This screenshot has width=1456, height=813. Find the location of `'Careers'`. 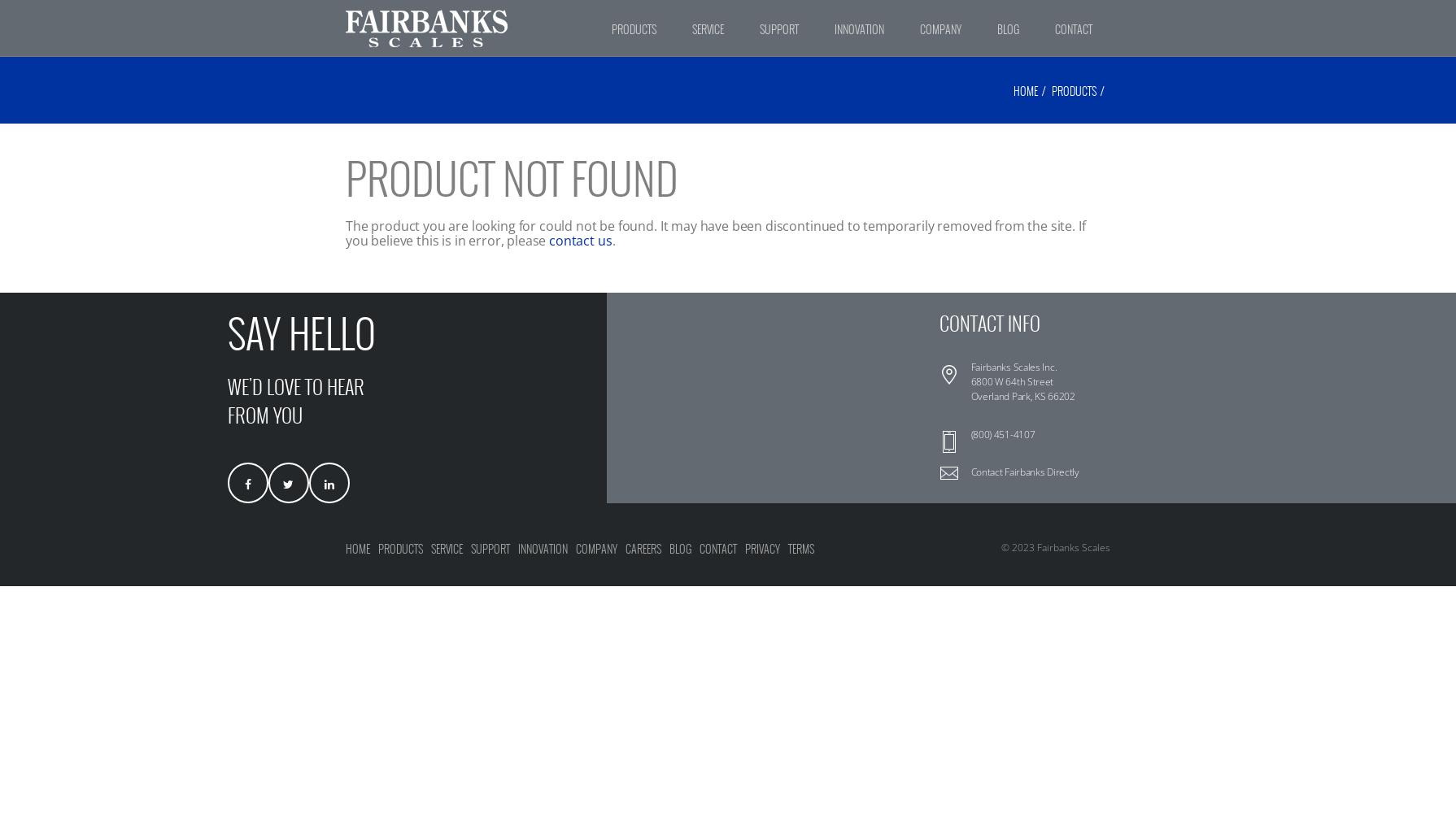

'Careers' is located at coordinates (624, 549).